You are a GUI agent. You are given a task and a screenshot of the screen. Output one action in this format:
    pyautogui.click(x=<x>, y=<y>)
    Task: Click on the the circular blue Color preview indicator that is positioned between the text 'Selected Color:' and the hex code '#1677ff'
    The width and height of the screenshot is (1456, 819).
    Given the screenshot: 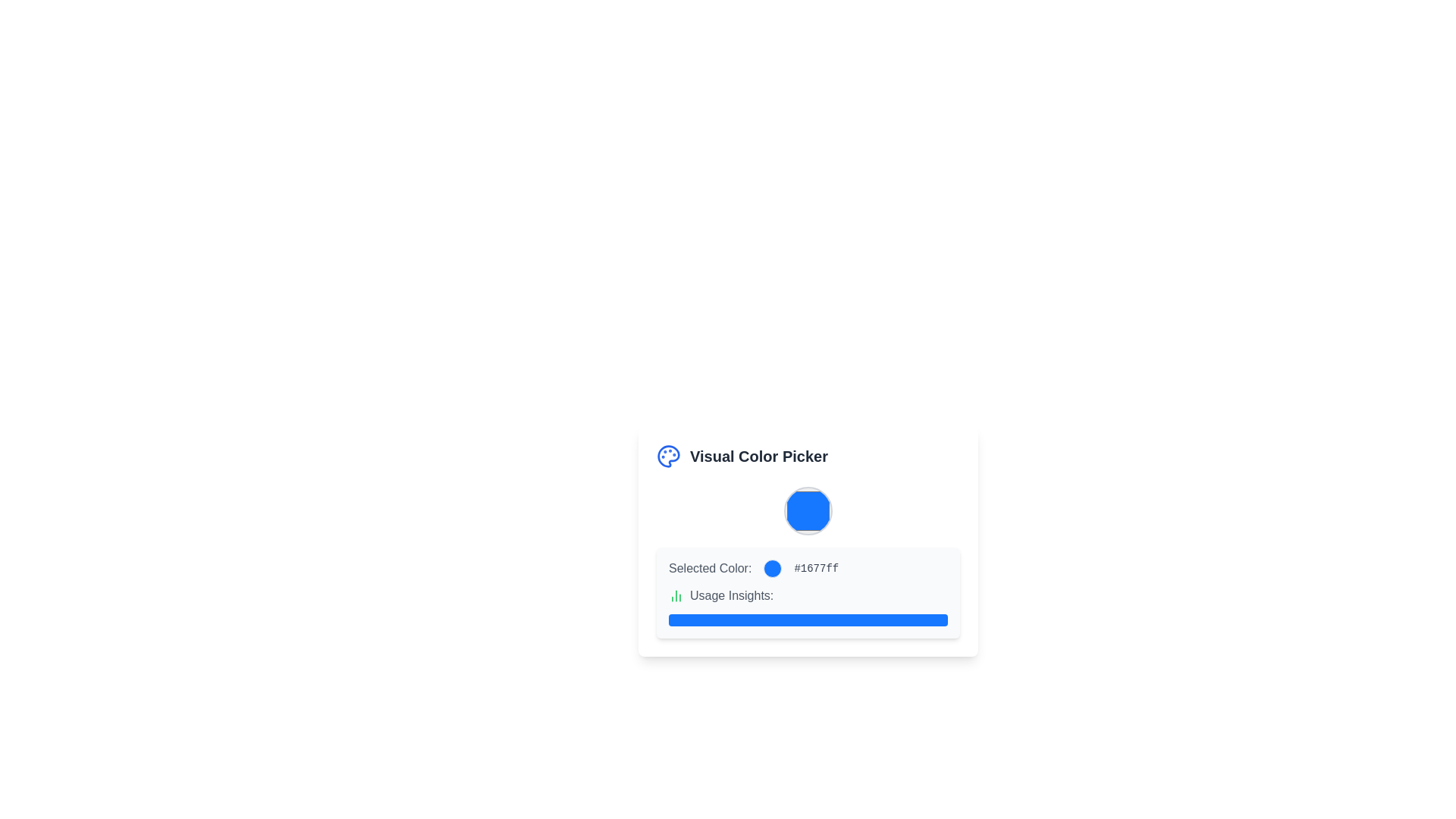 What is the action you would take?
    pyautogui.click(x=773, y=568)
    